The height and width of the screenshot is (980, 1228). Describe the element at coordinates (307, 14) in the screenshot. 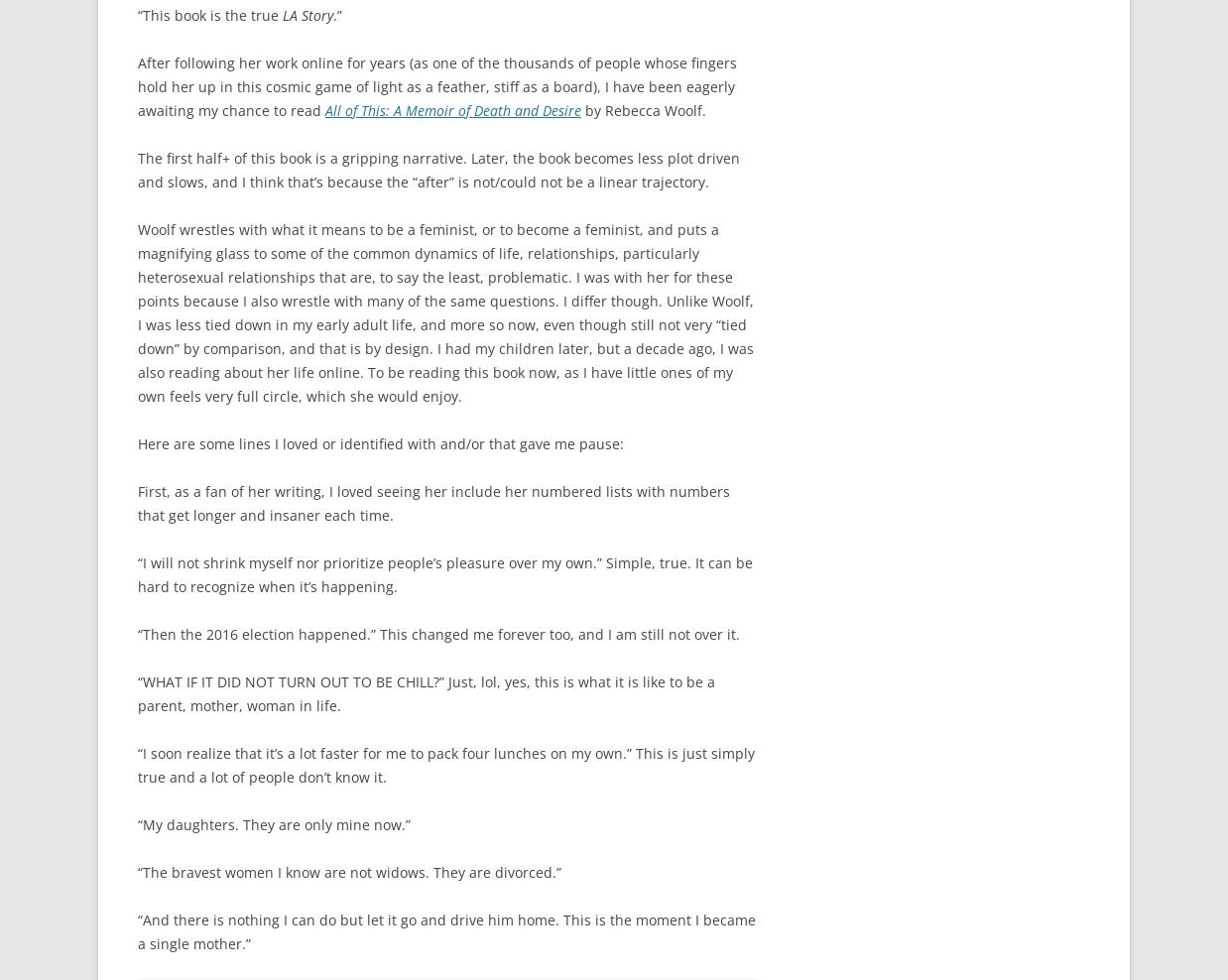

I see `'LA Story'` at that location.